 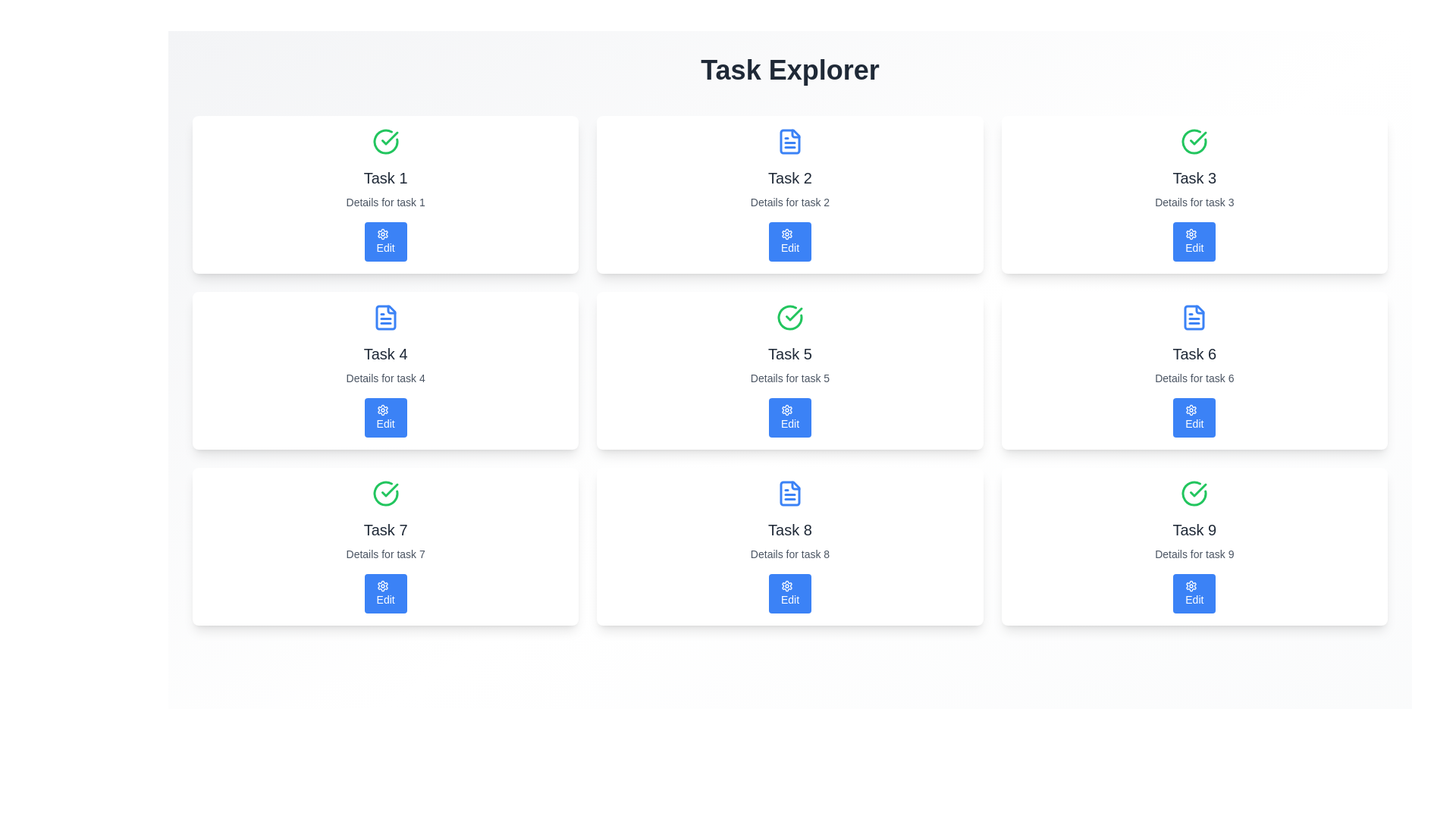 What do you see at coordinates (1194, 317) in the screenshot?
I see `the document icon located in the top-left corner of the 'Task 6' card` at bounding box center [1194, 317].